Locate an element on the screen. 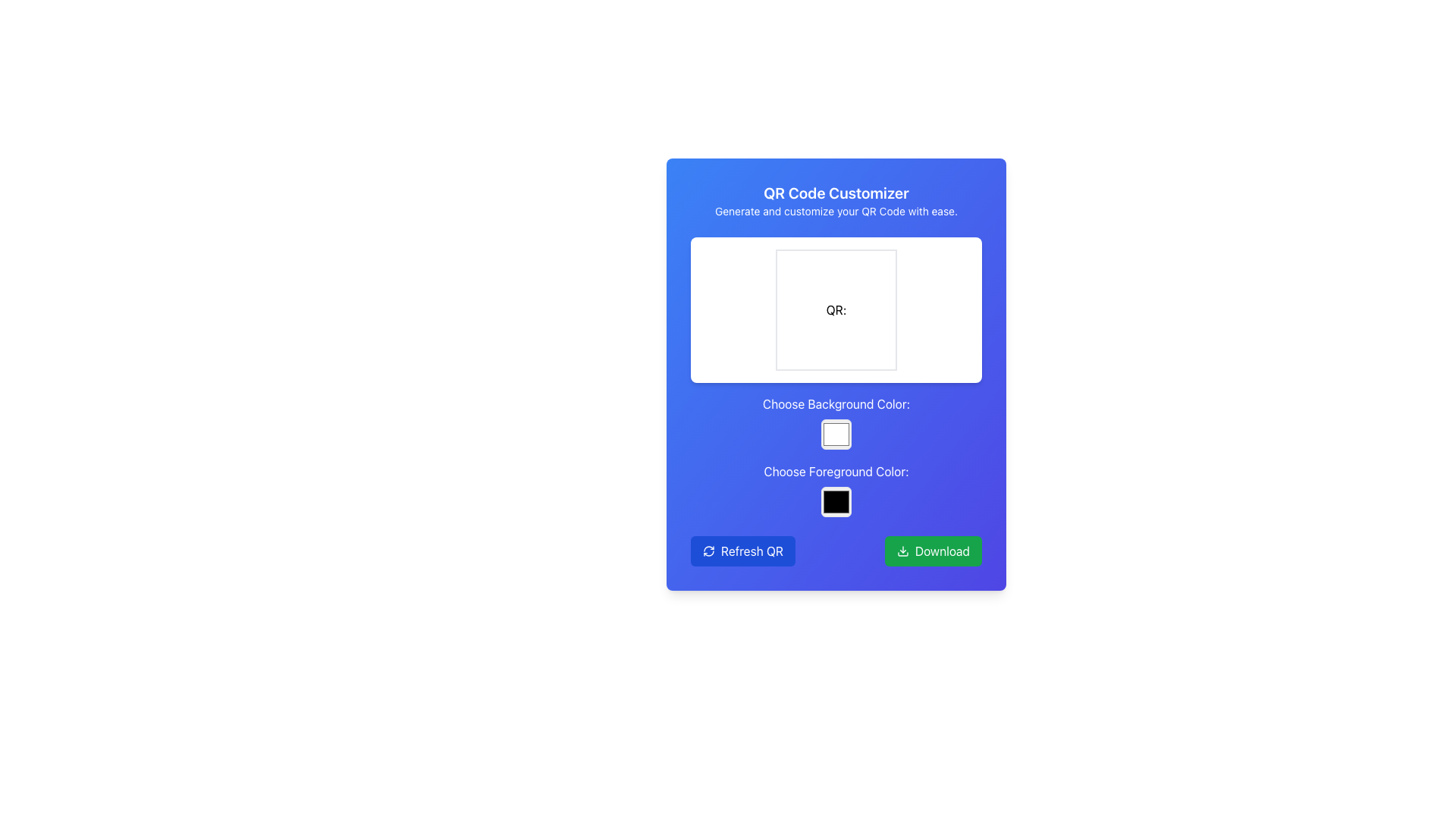  text displayed in the text label that says 'Choose Background Color:', which is centrally positioned above the color selection box is located at coordinates (836, 403).